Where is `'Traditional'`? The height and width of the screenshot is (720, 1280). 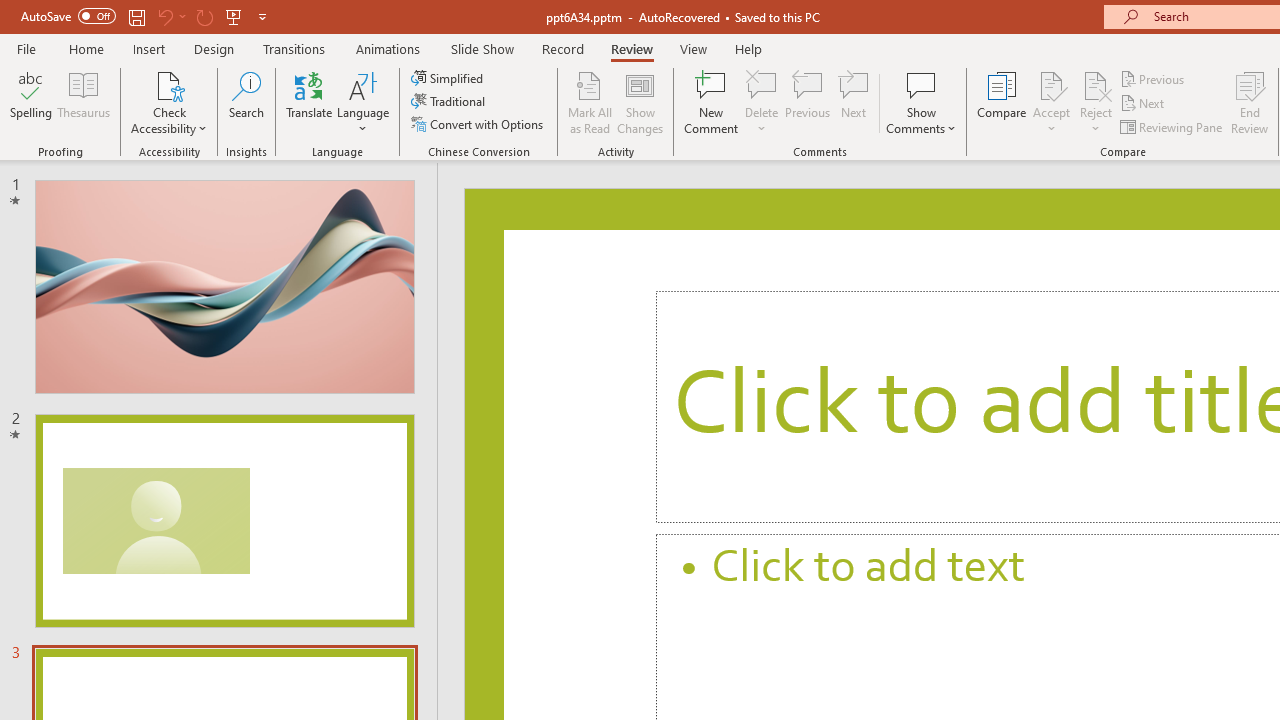
'Traditional' is located at coordinates (448, 101).